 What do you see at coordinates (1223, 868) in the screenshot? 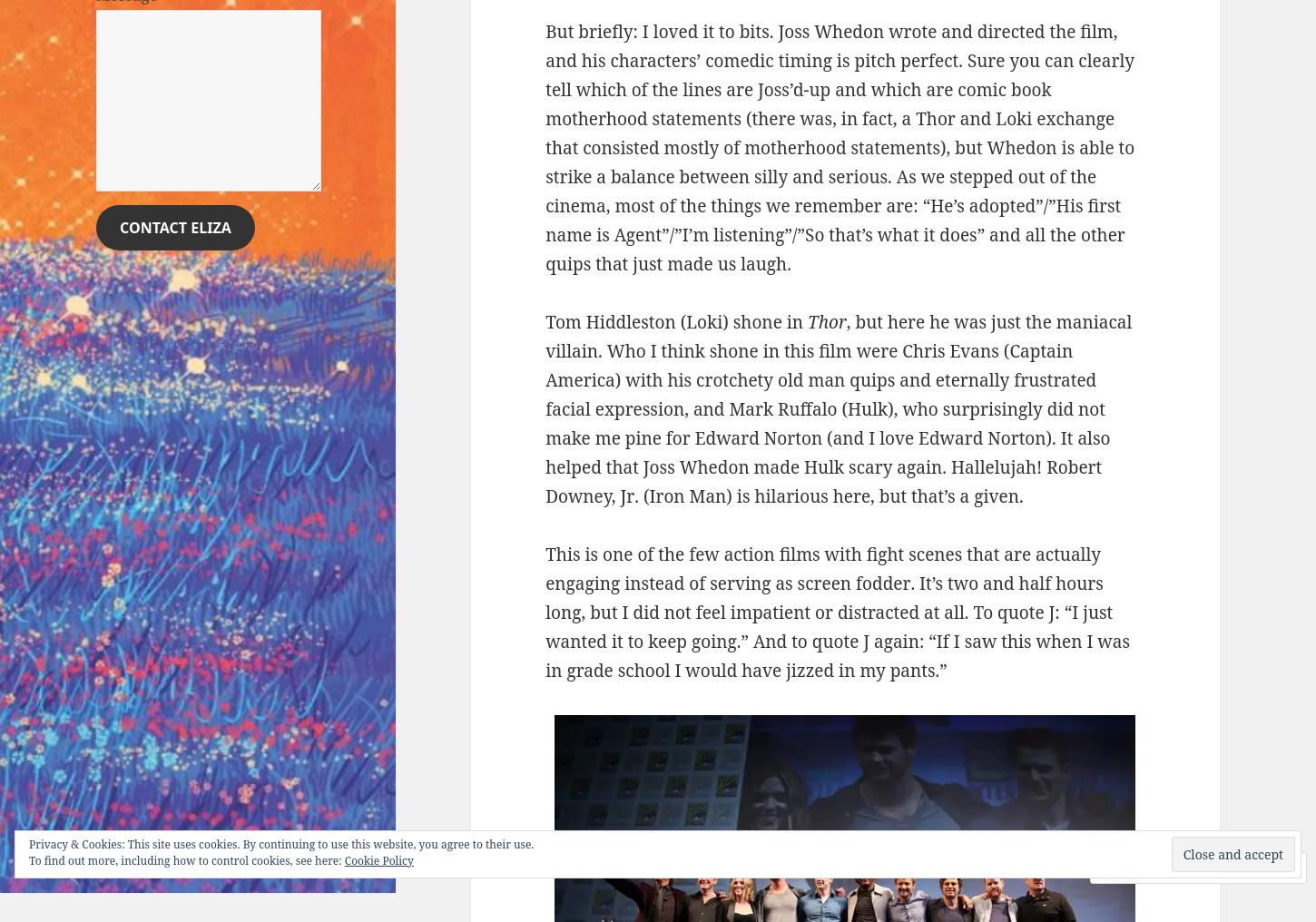
I see `'Follow'` at bounding box center [1223, 868].